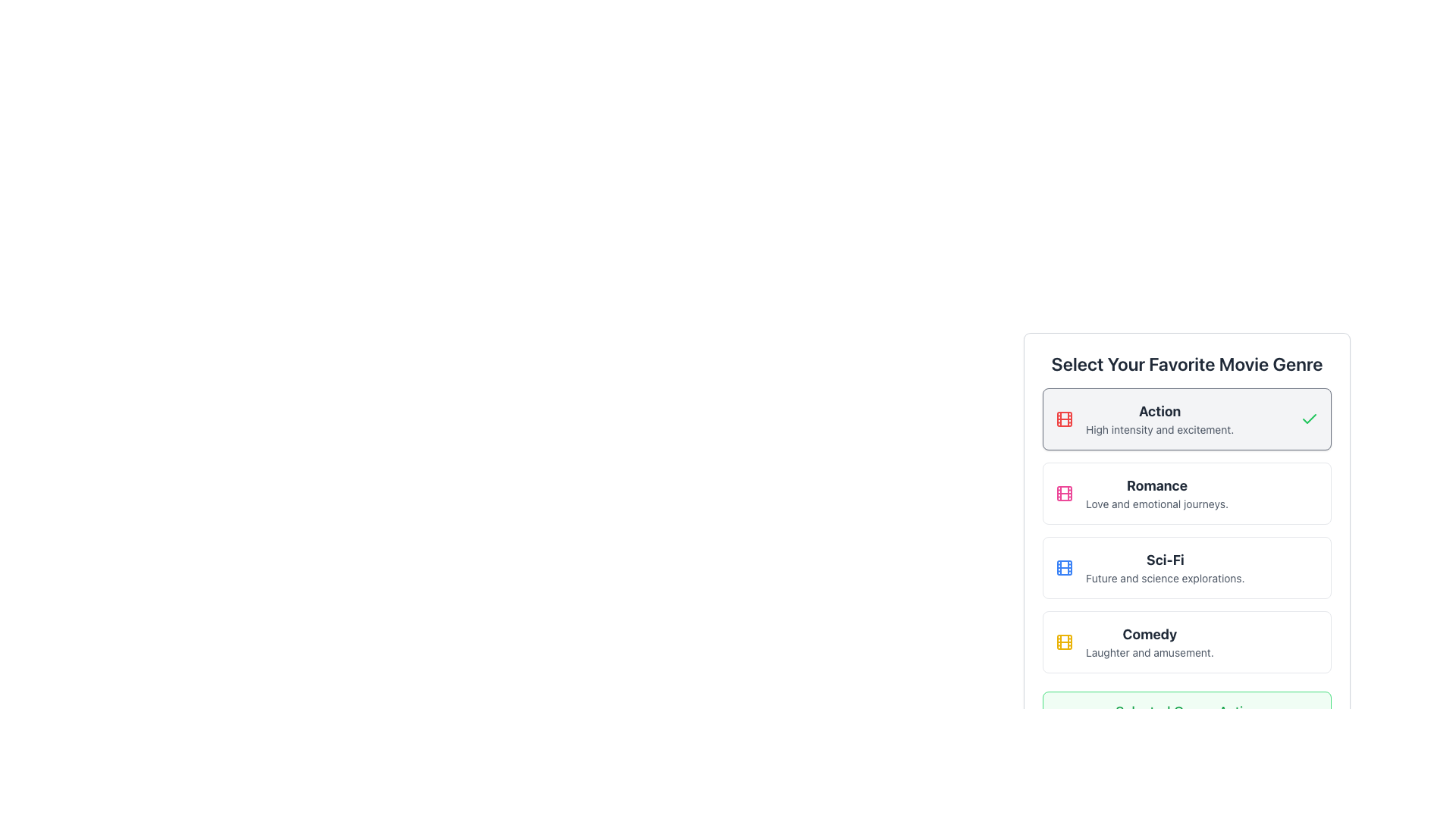 This screenshot has width=1456, height=819. Describe the element at coordinates (1063, 642) in the screenshot. I see `the 'Comedy' genre icon, which is located to the left of the text 'Comedy' in the bottommost option of the list labeled 'Select Your Favorite Movie Genre'` at that location.